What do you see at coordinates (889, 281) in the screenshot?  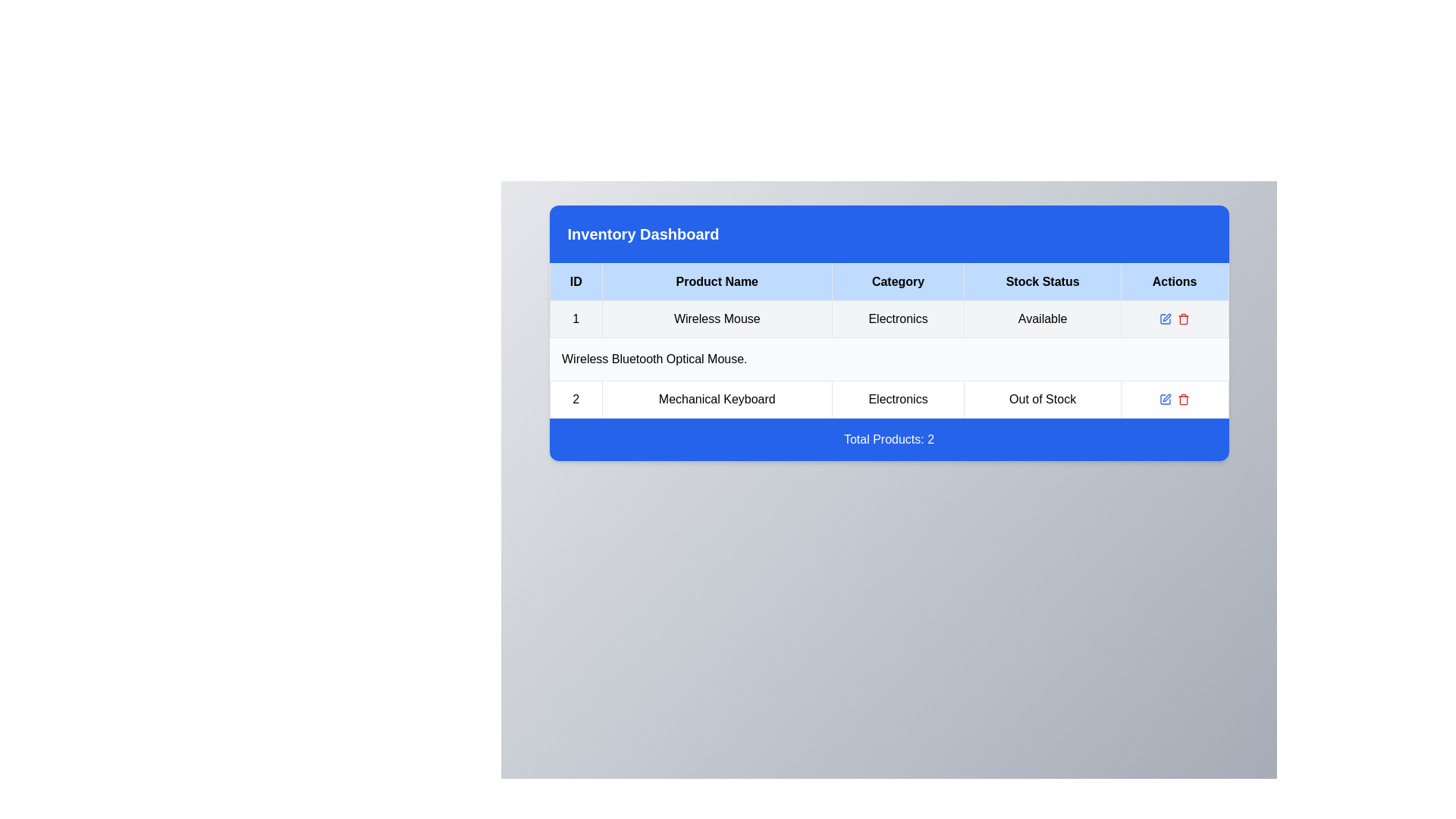 I see `column names displayed in the table header row, which includes 'ID', 'Product Name', 'Category', 'Stock Status', and 'Actions'` at bounding box center [889, 281].